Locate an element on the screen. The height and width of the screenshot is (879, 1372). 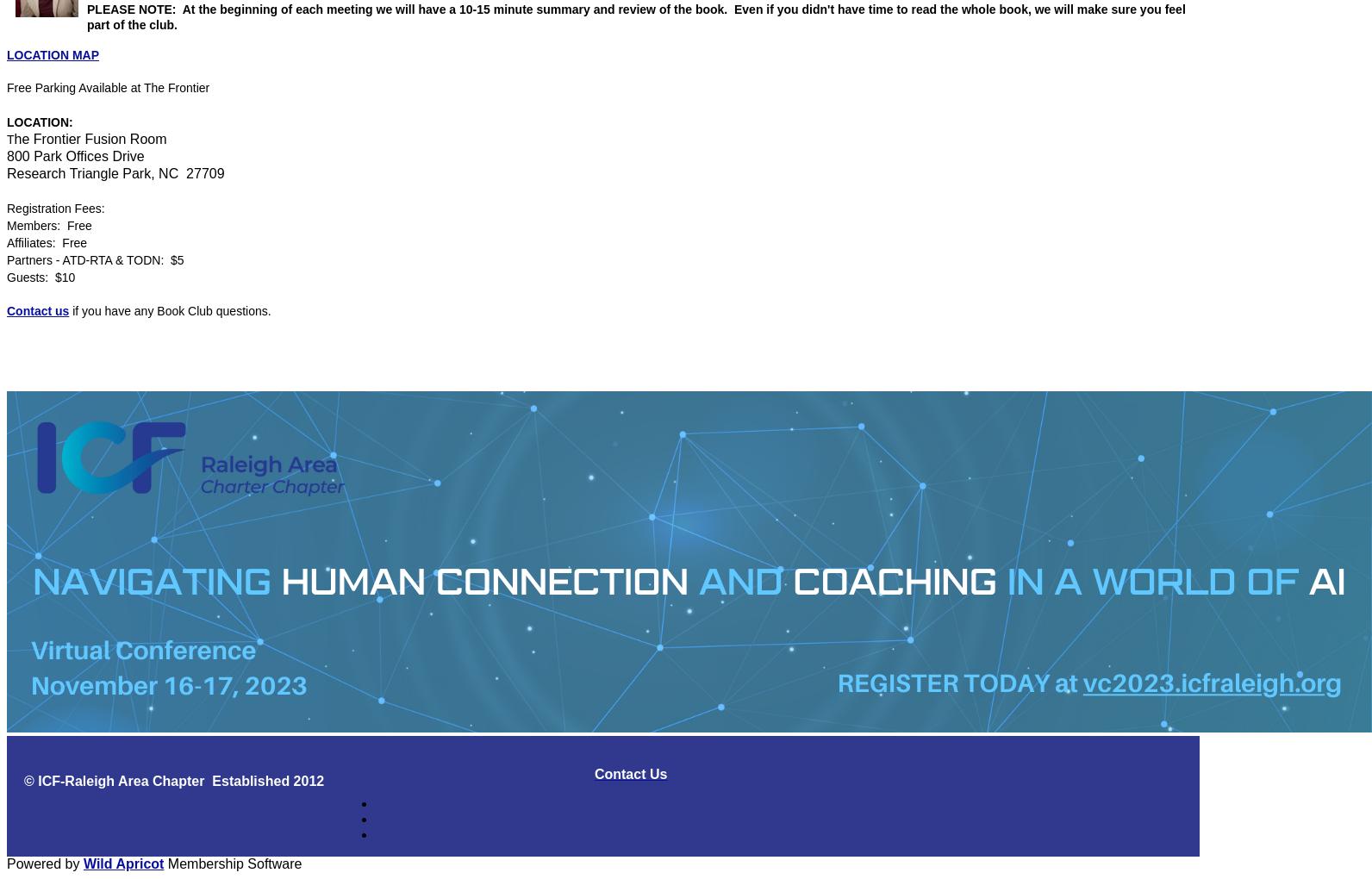
'Powered by' is located at coordinates (45, 863).